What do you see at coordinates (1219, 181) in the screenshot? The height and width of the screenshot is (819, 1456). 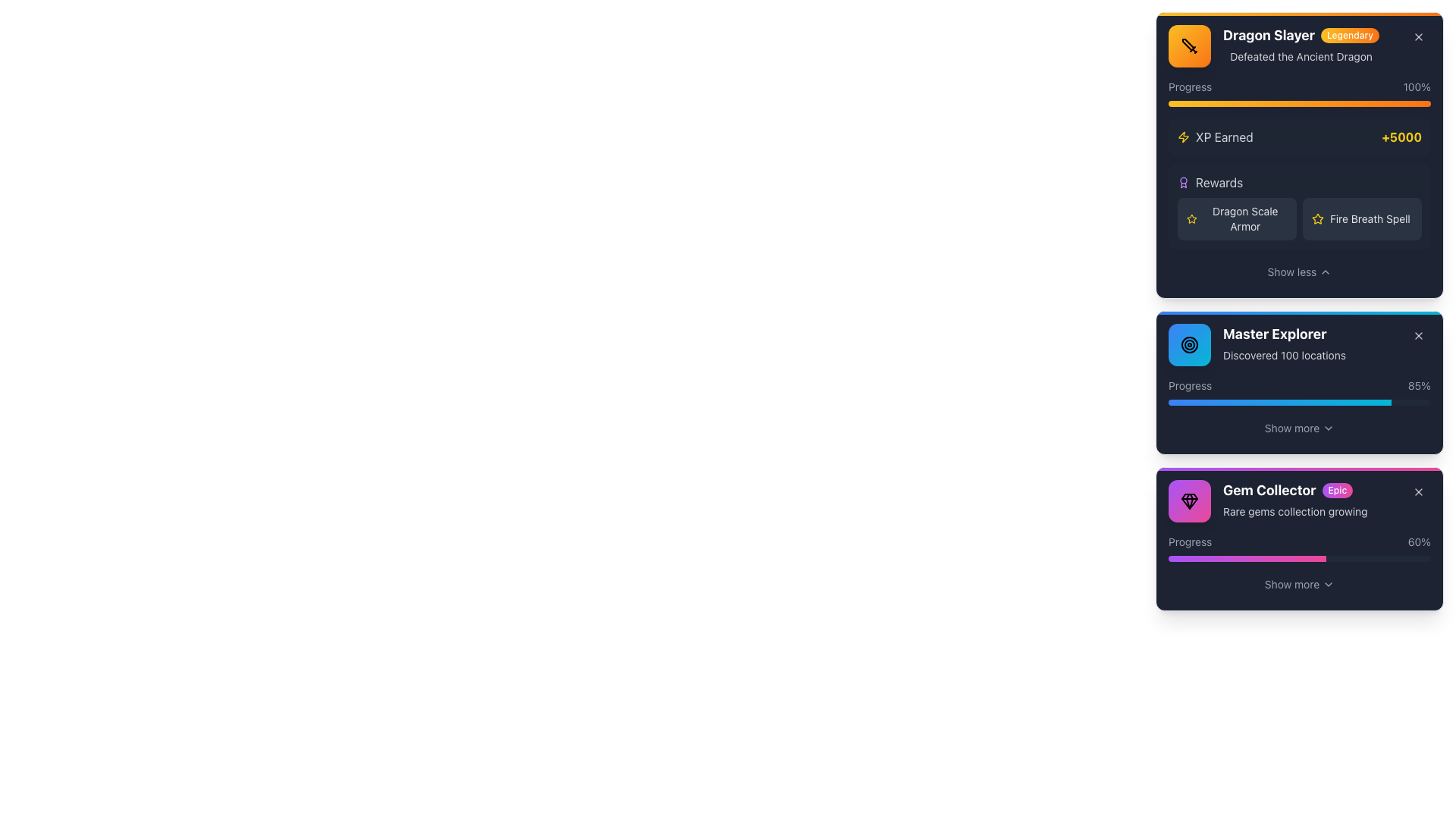 I see `the 'Rewards' text label, which is styled in light gray and located beside a medal icon, within the 'Dragon Slayer' section` at bounding box center [1219, 181].